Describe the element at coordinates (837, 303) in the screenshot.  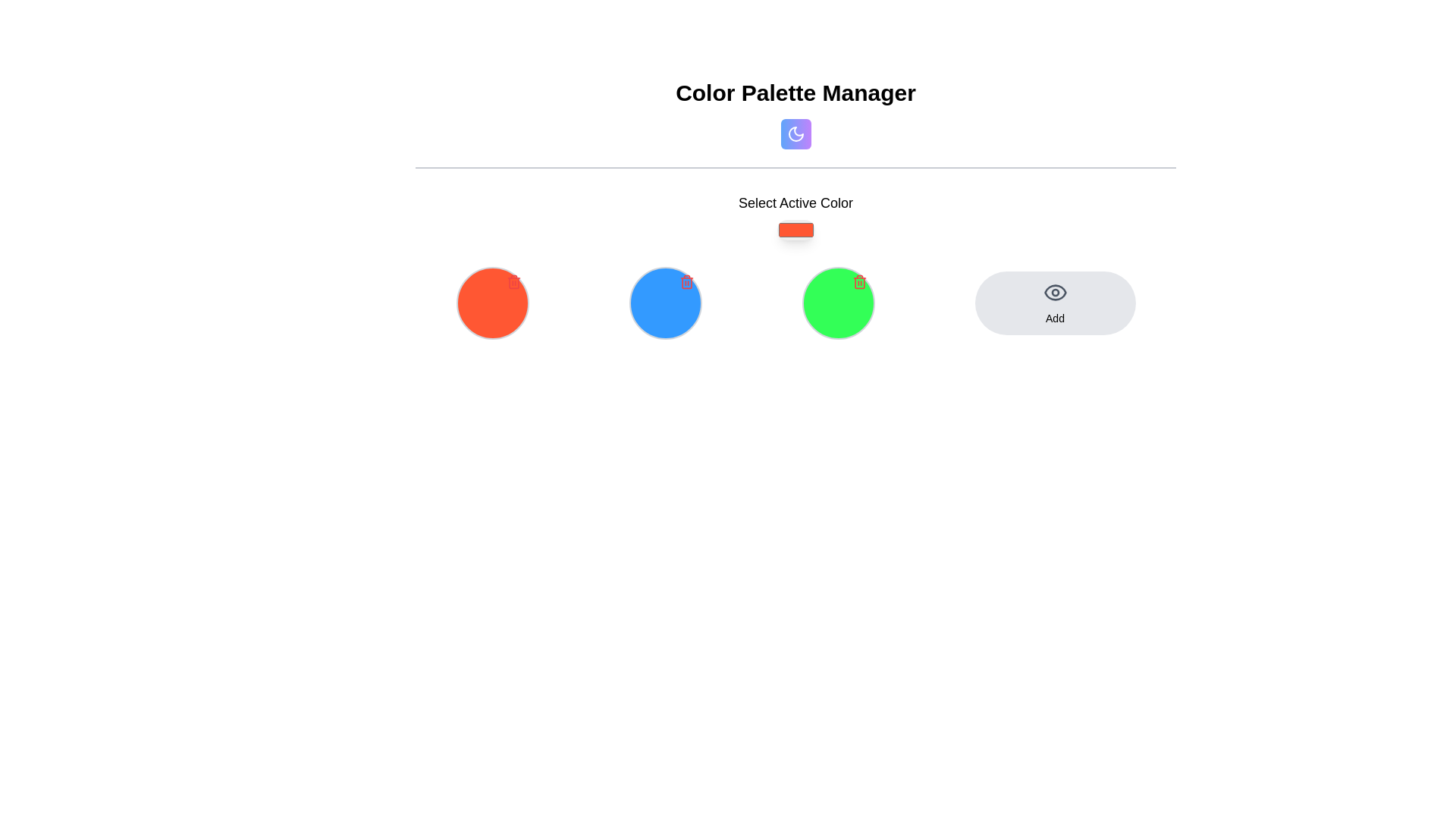
I see `the red 'trash' icon located at the top-right corner of the circular color selection with a green background` at that location.